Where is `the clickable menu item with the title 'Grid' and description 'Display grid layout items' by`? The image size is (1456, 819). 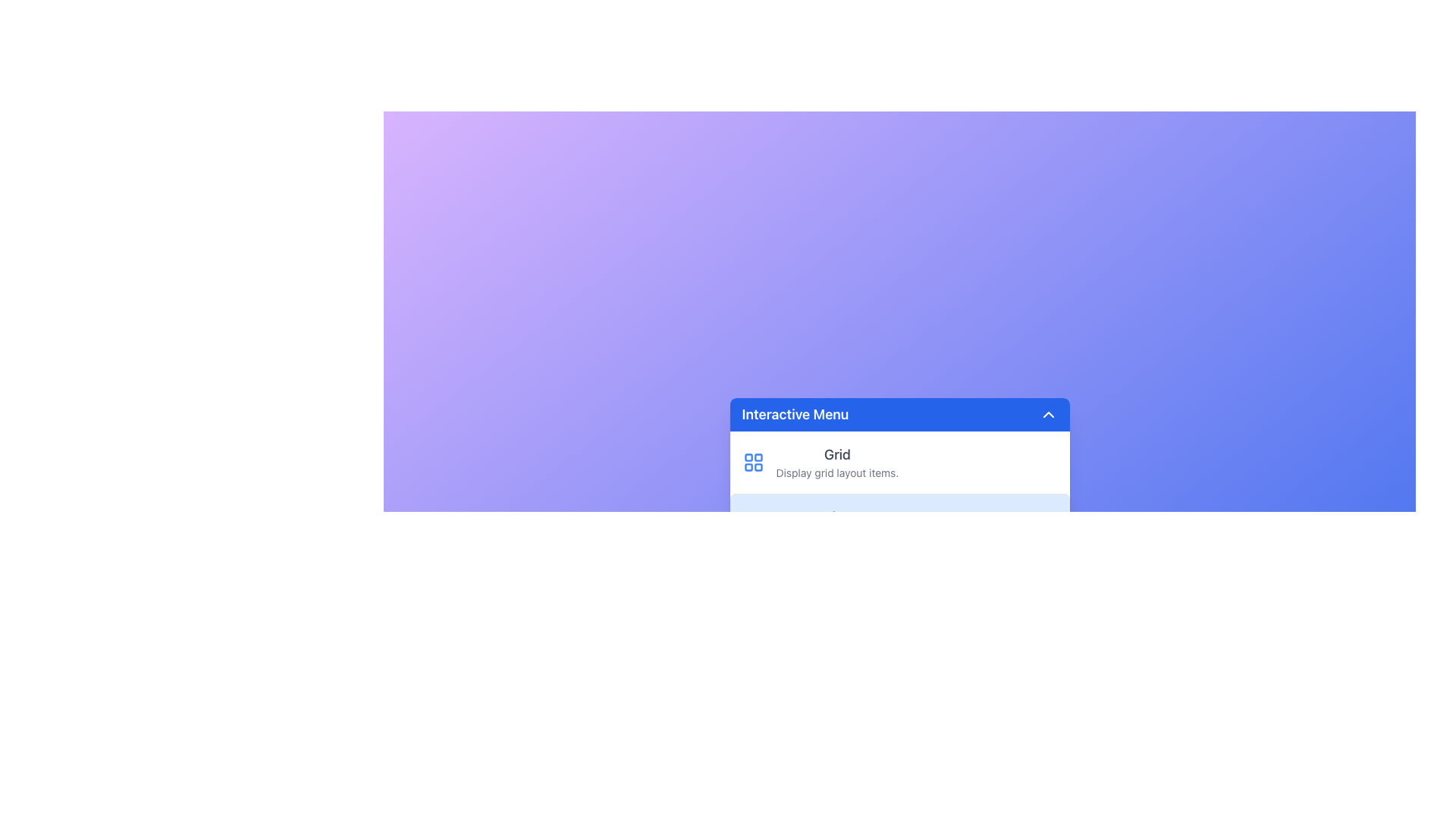
the clickable menu item with the title 'Grid' and description 'Display grid layout items' by is located at coordinates (899, 461).